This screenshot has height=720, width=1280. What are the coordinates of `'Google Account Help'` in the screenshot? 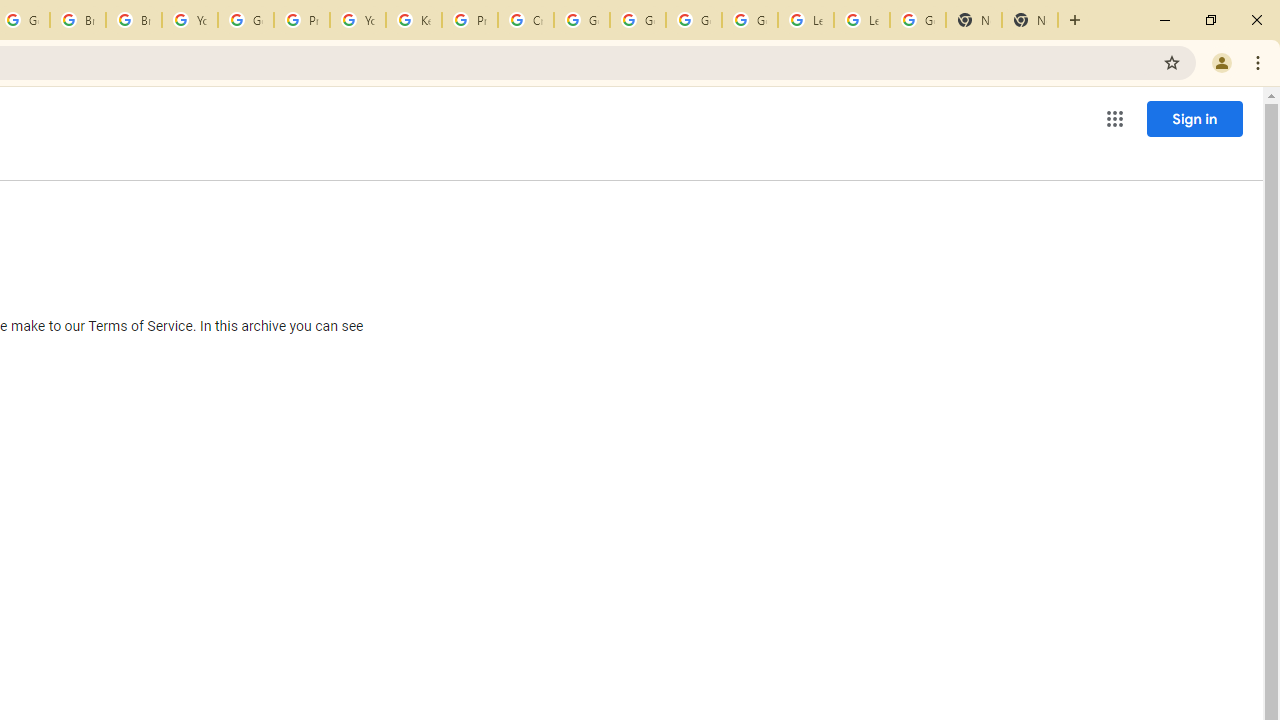 It's located at (749, 20).